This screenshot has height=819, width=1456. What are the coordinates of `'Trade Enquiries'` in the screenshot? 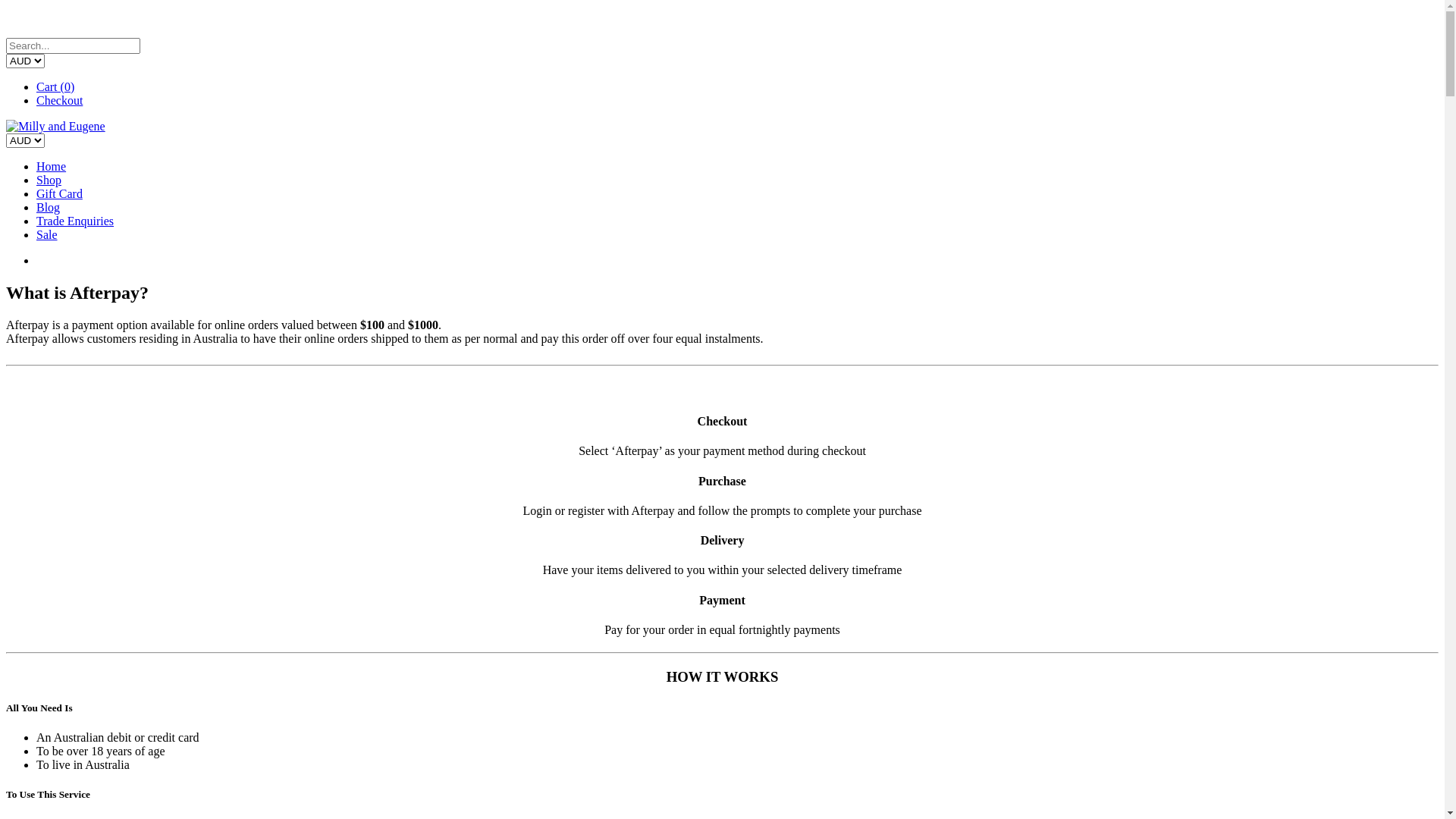 It's located at (36, 221).